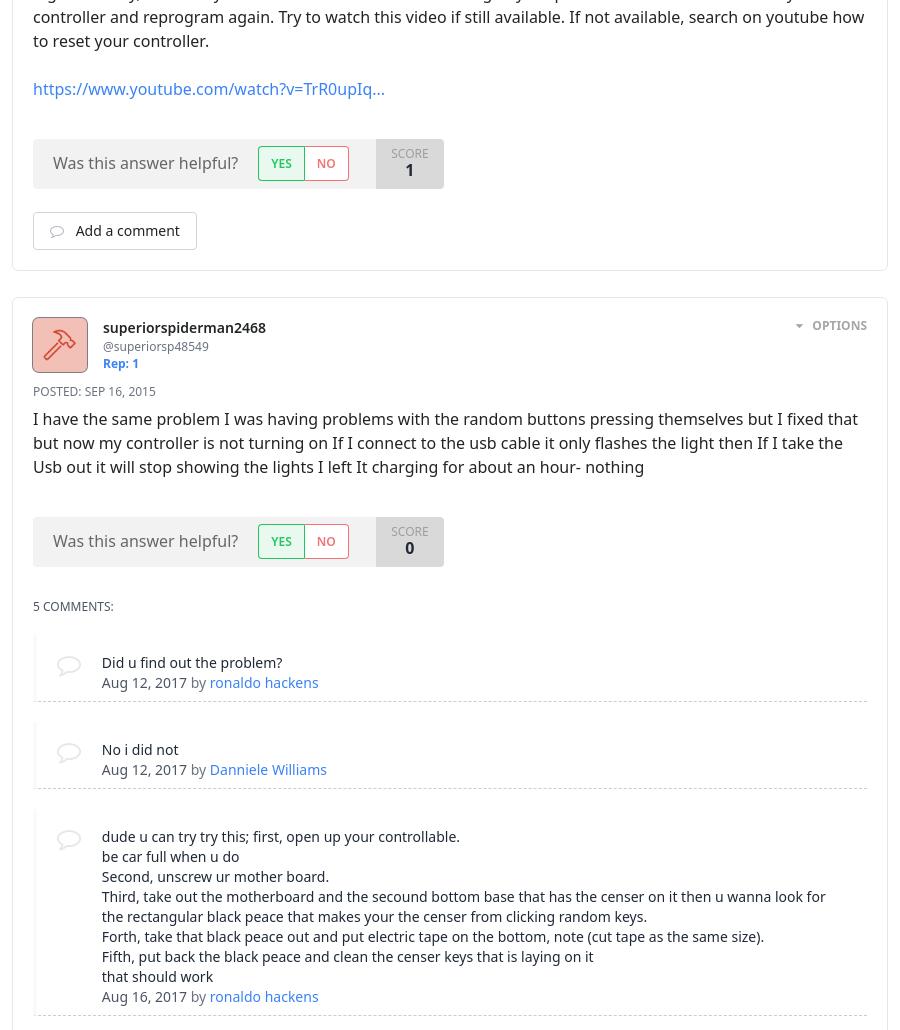 The width and height of the screenshot is (900, 1030). Describe the element at coordinates (409, 168) in the screenshot. I see `'1'` at that location.